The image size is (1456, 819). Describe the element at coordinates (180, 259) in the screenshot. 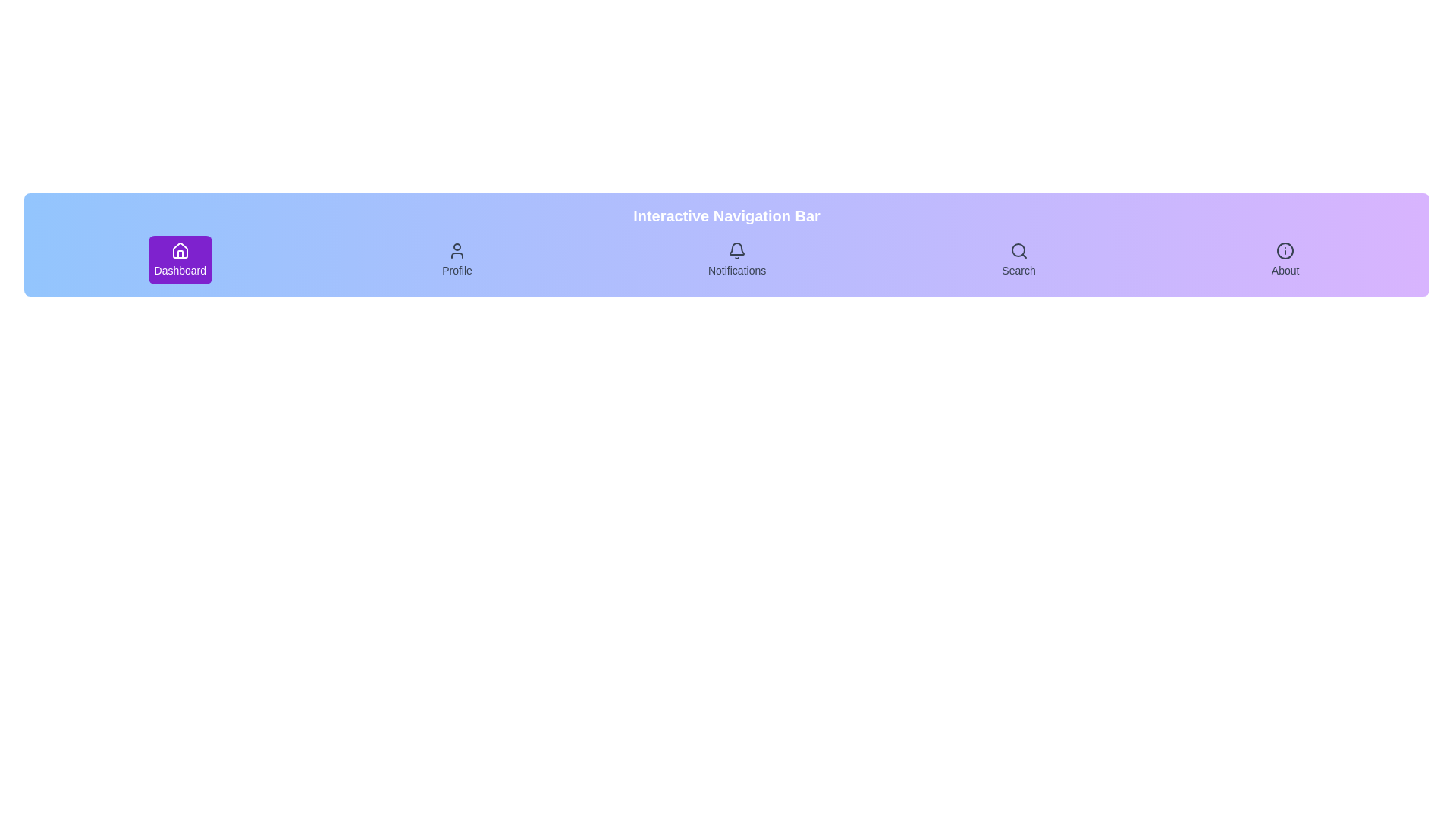

I see `the navigation item labeled Dashboard to activate it` at that location.